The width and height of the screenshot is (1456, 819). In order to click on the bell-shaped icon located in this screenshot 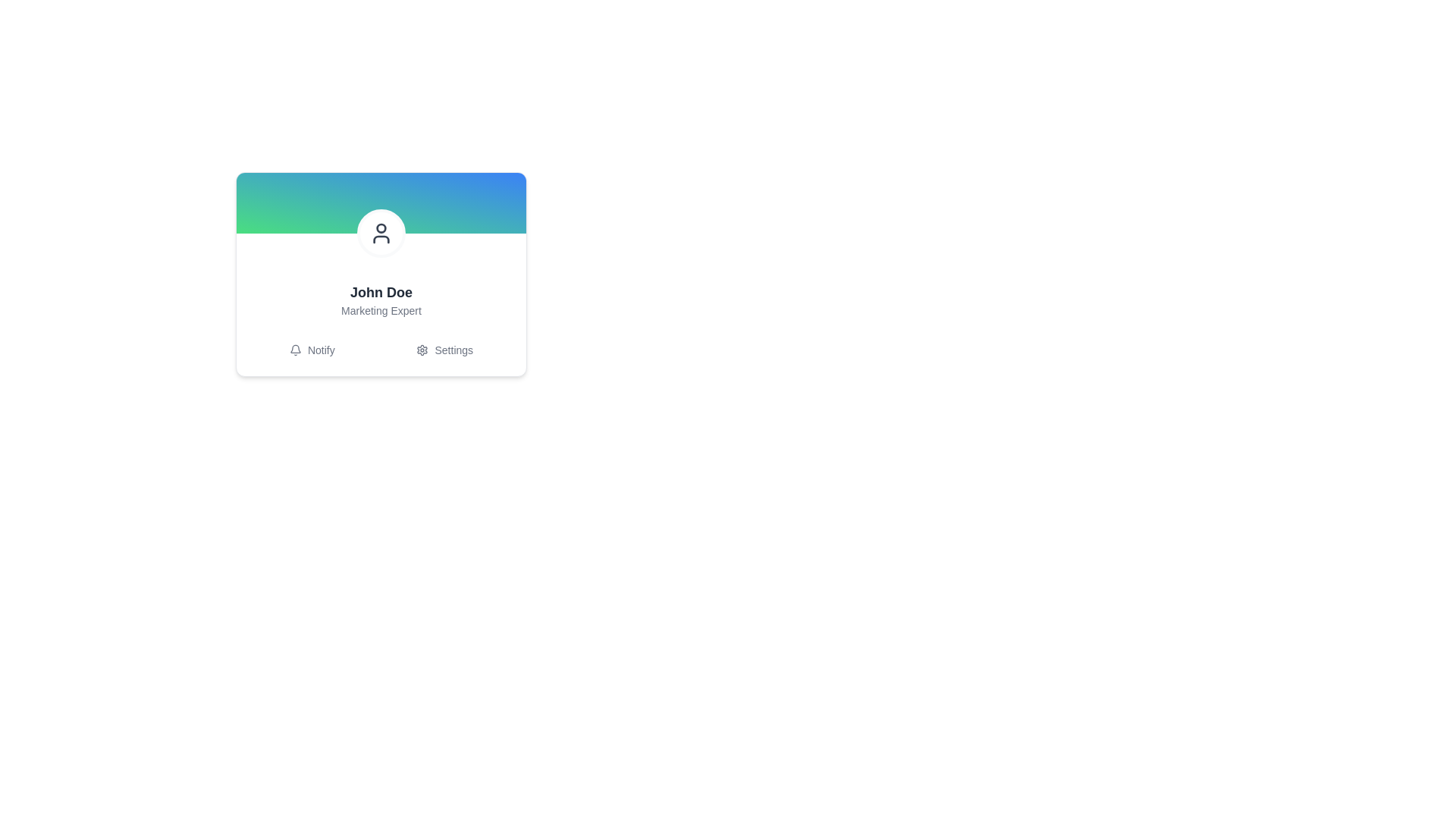, I will do `click(295, 350)`.